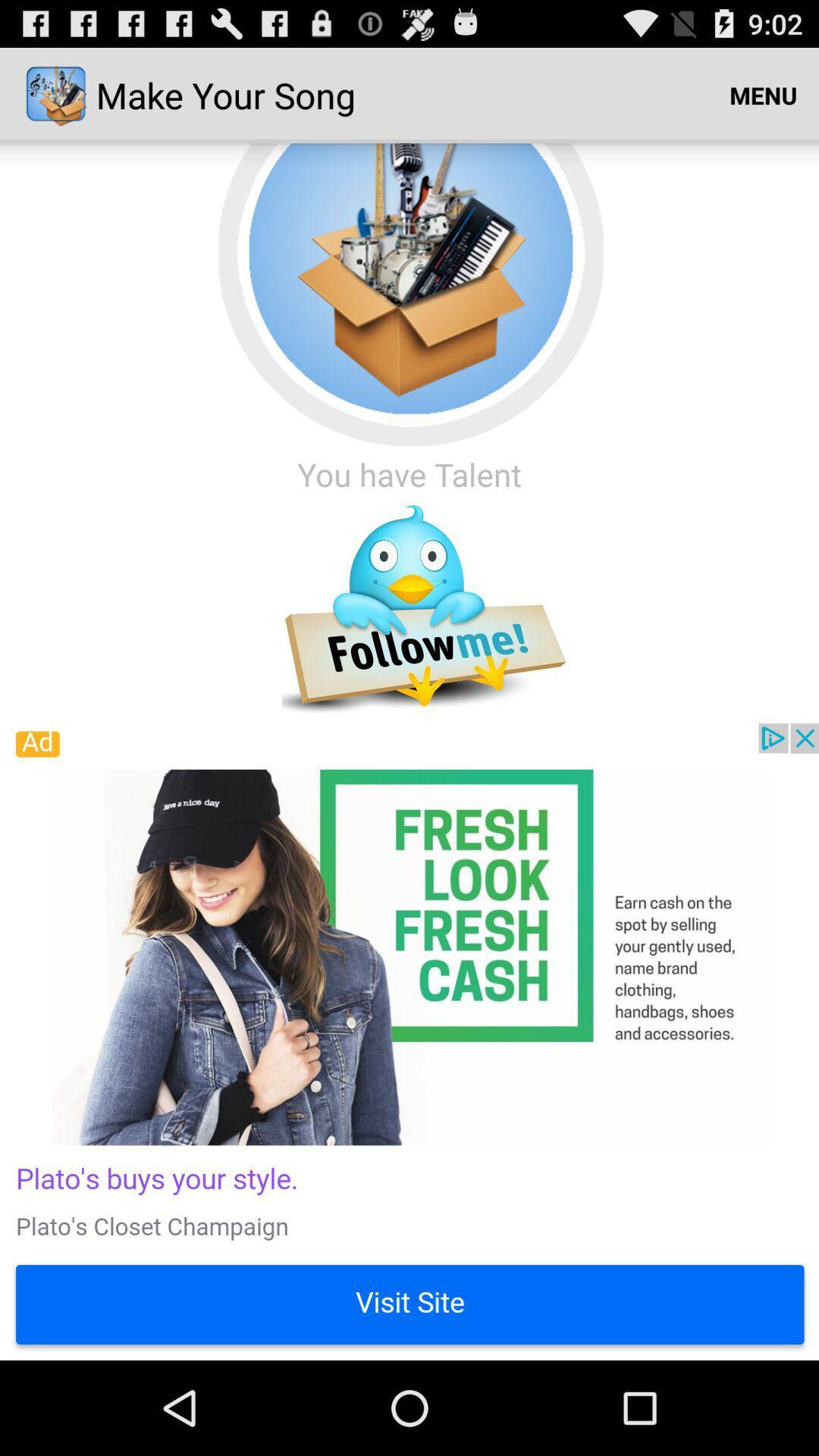  I want to click on visit the website, so click(409, 1040).